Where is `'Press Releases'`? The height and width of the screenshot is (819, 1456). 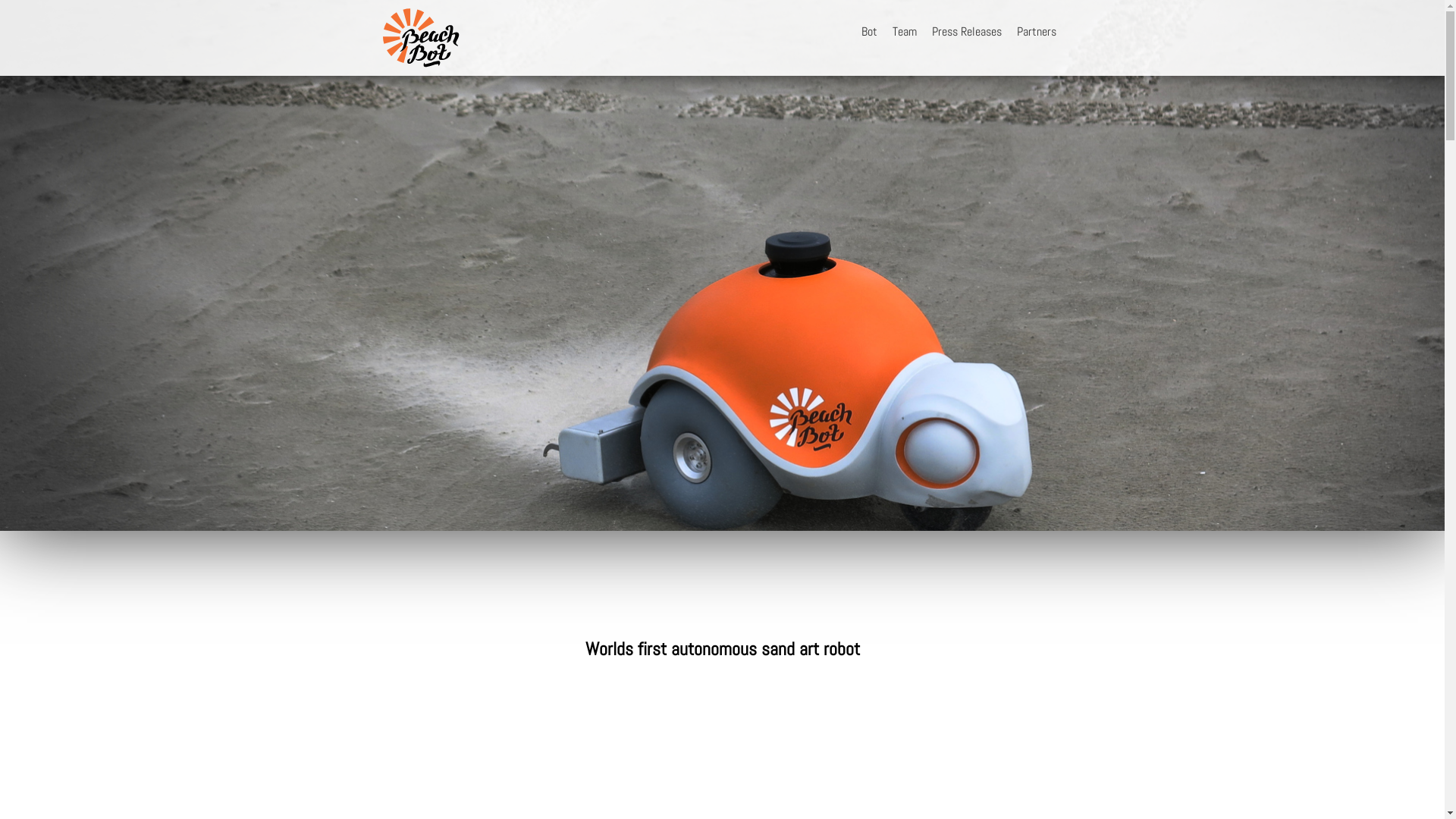
'Press Releases' is located at coordinates (923, 31).